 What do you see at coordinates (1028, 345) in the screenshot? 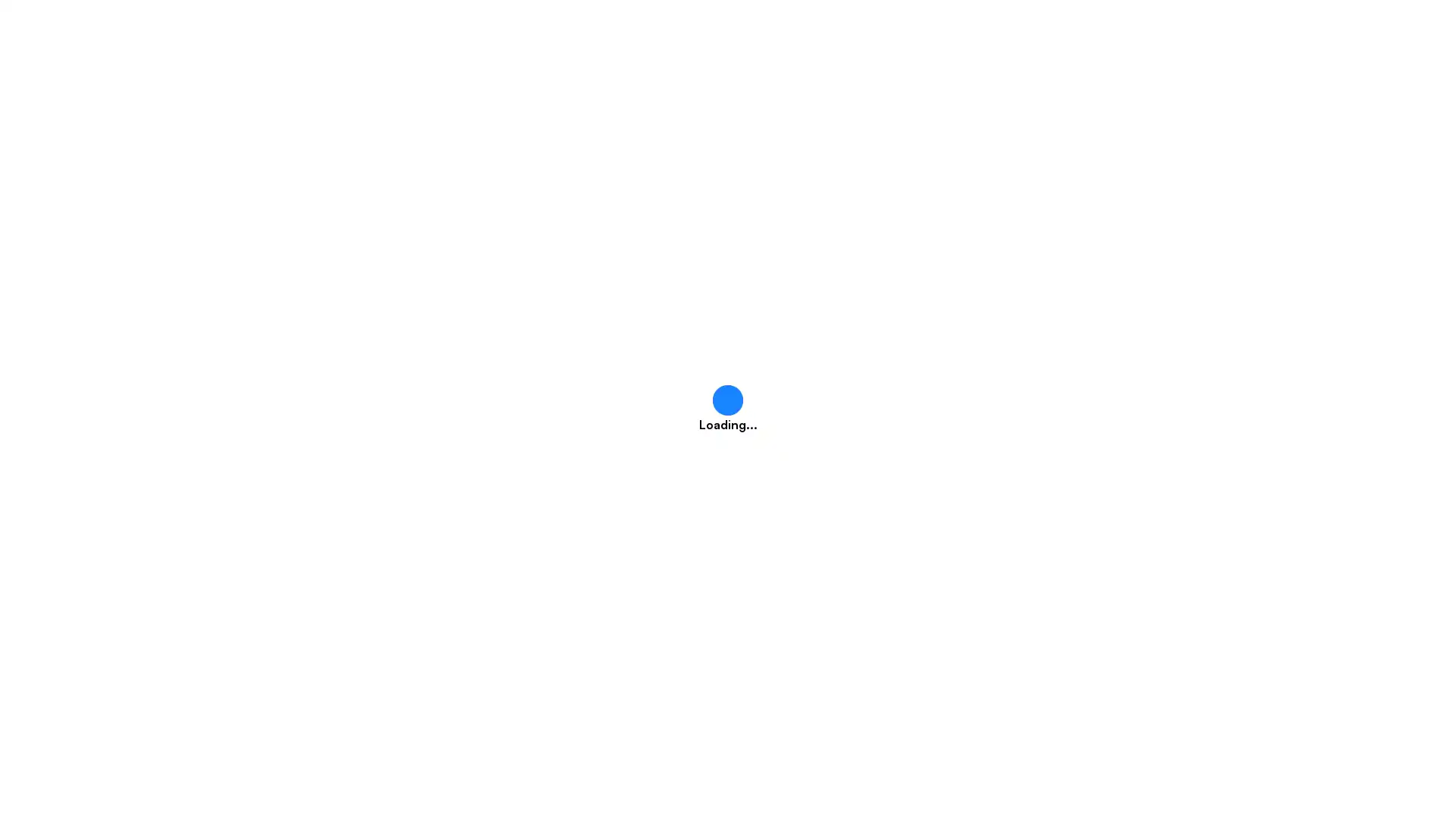
I see `GO` at bounding box center [1028, 345].